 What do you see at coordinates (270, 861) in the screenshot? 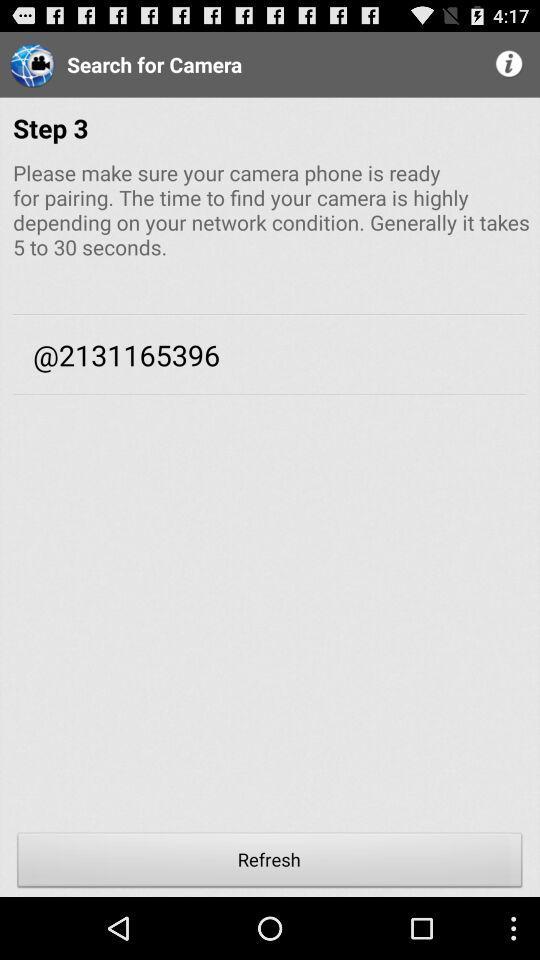
I see `icon at the bottom` at bounding box center [270, 861].